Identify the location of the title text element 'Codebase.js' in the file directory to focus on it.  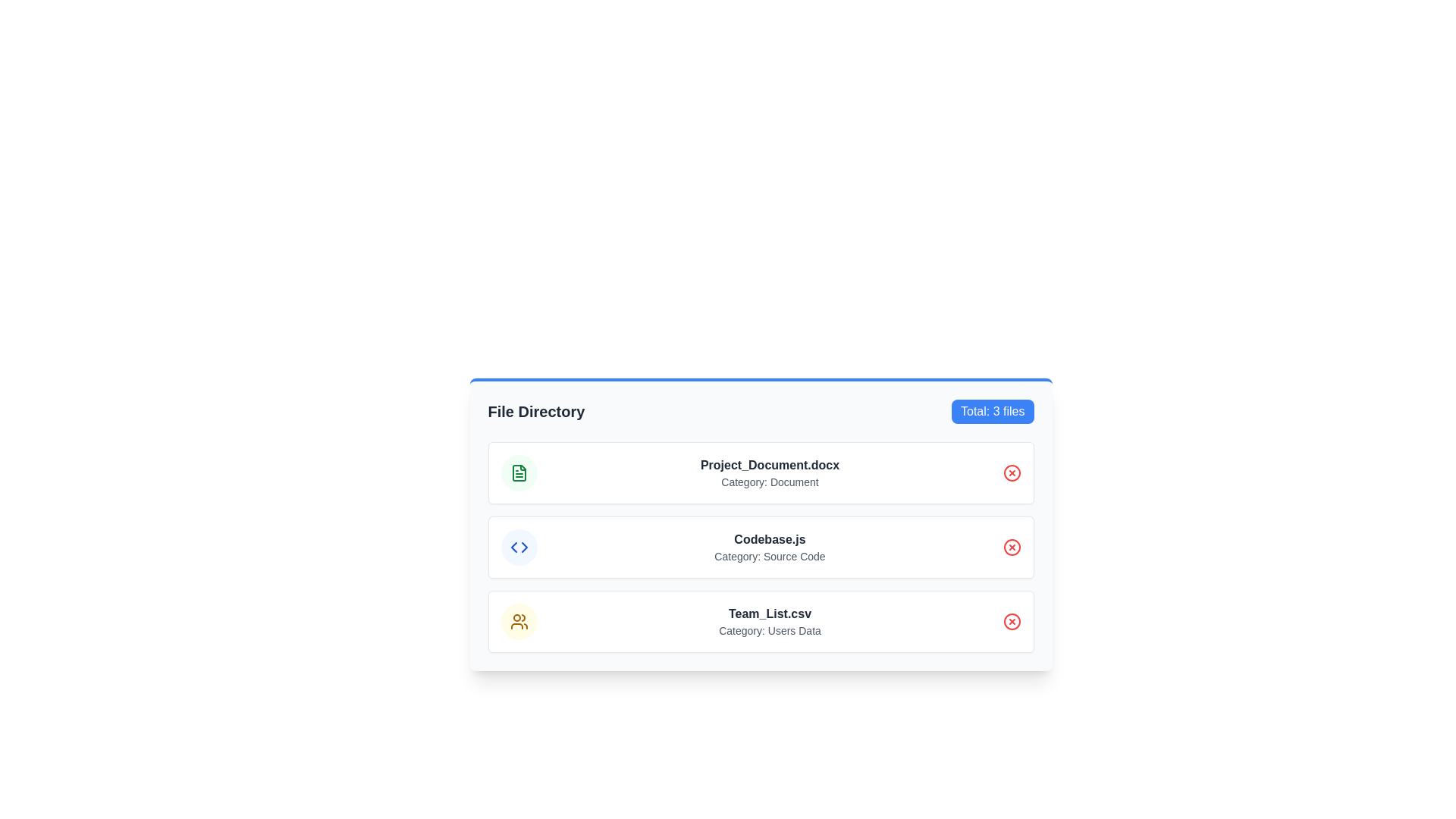
(770, 539).